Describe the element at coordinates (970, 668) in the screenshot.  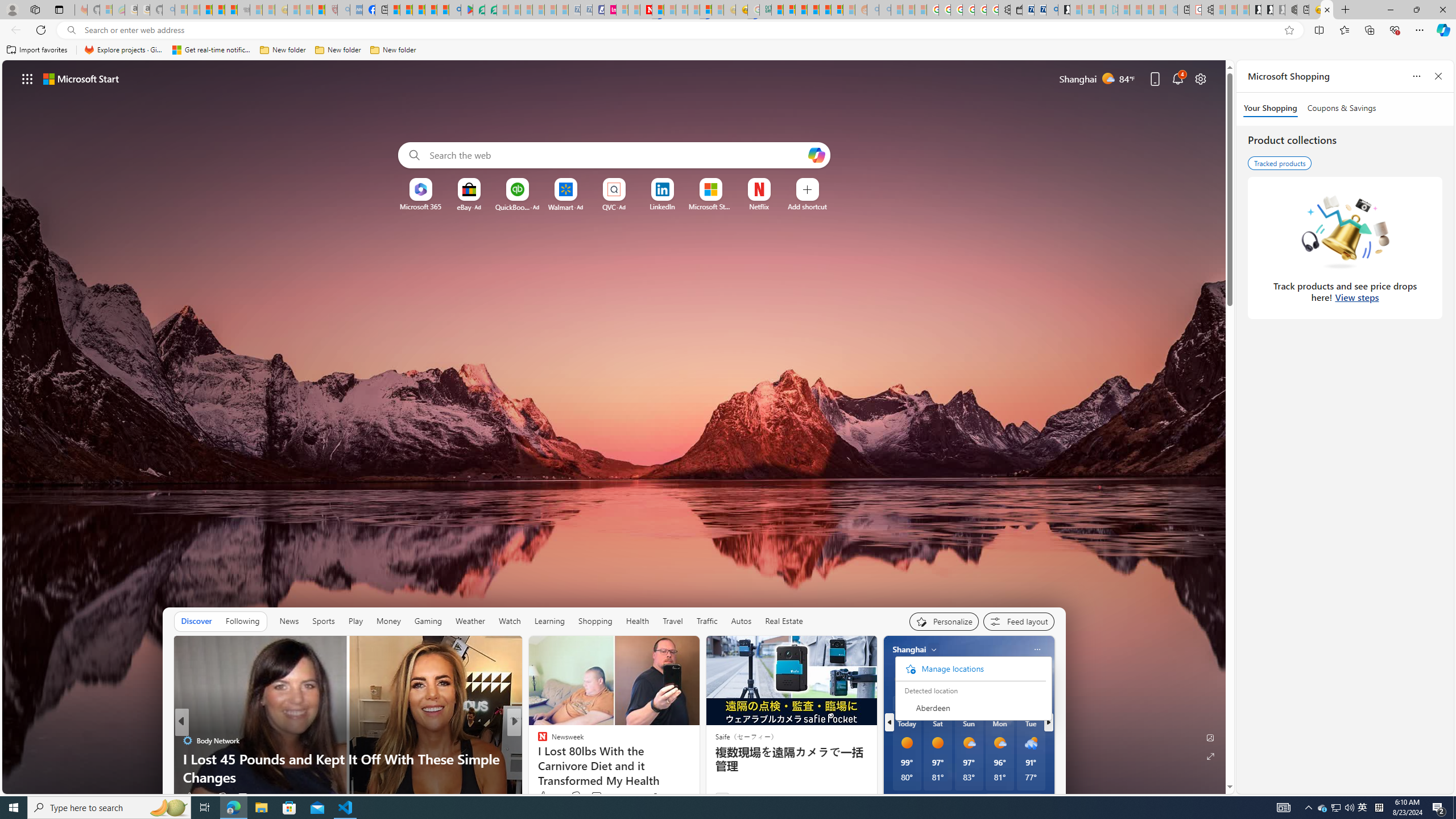
I see `'Manage locations'` at that location.